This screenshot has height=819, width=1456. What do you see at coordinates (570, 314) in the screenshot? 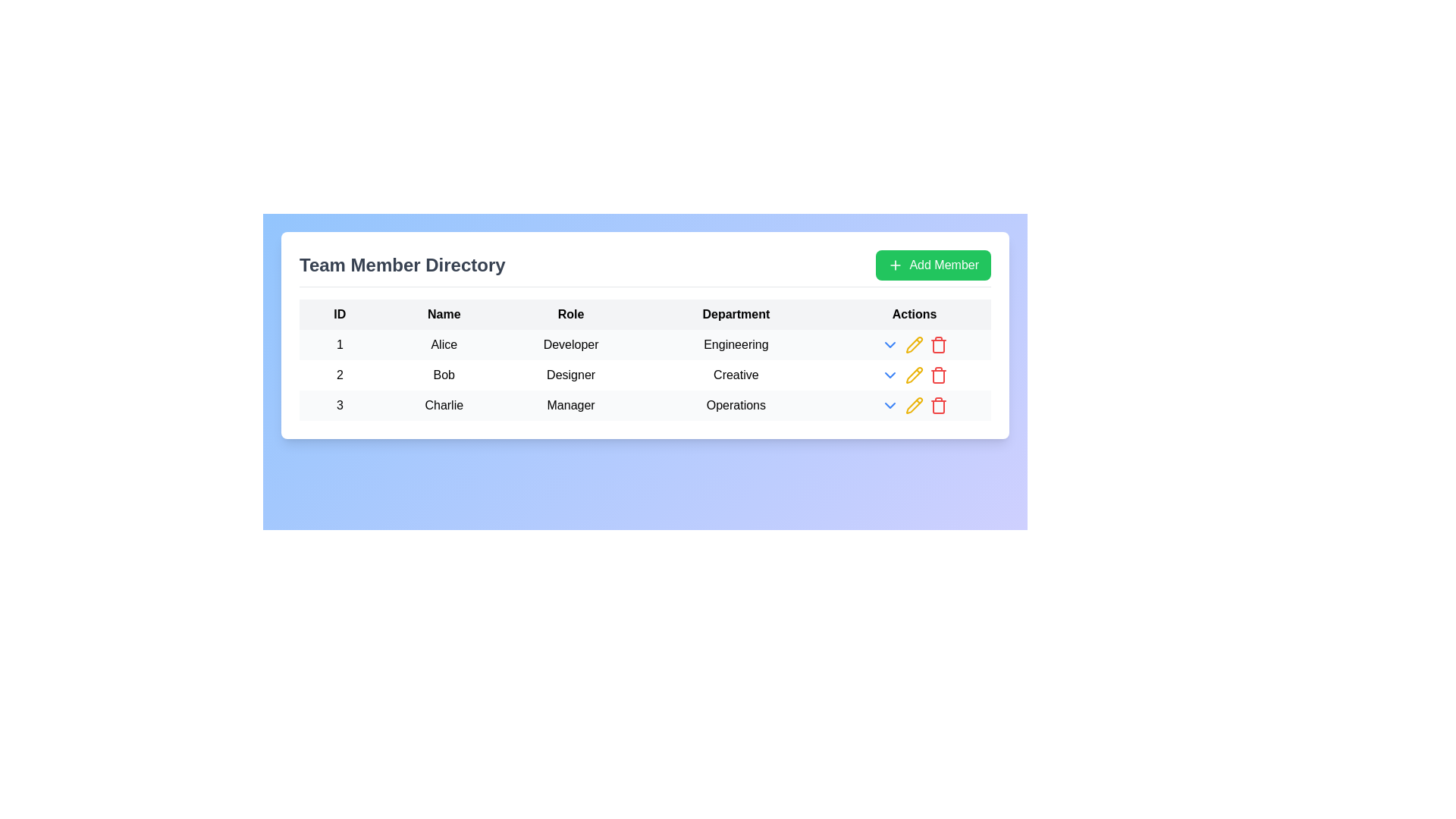
I see `the 'Role' table header, which is the third column header in a table row labeled 'ID', 'Name', 'Role', 'Department', and 'Actions'. This header is styled in bold black text on a light gray background` at bounding box center [570, 314].